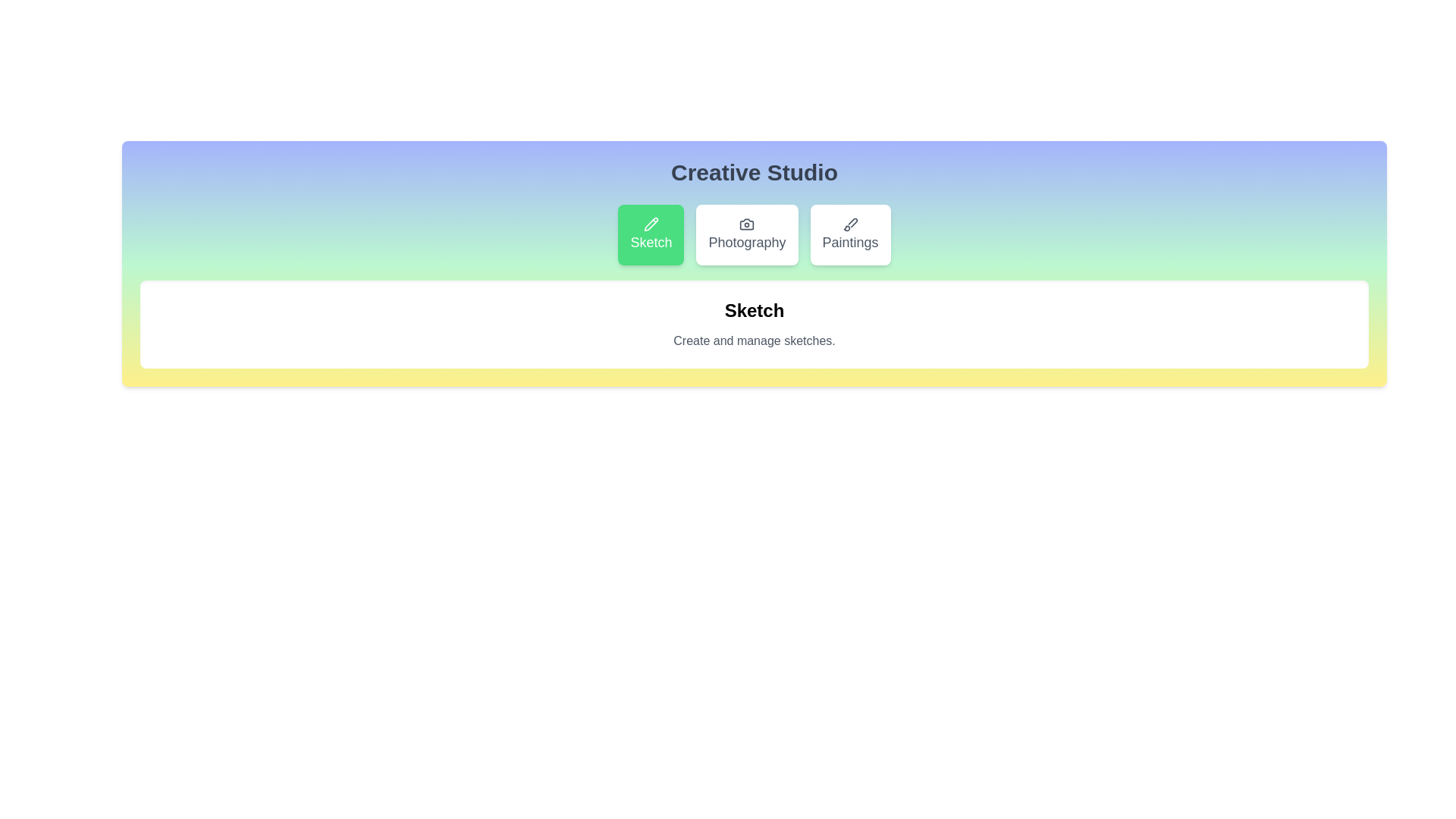 The height and width of the screenshot is (819, 1456). What do you see at coordinates (747, 234) in the screenshot?
I see `the Photography button to reveal its hover effect` at bounding box center [747, 234].